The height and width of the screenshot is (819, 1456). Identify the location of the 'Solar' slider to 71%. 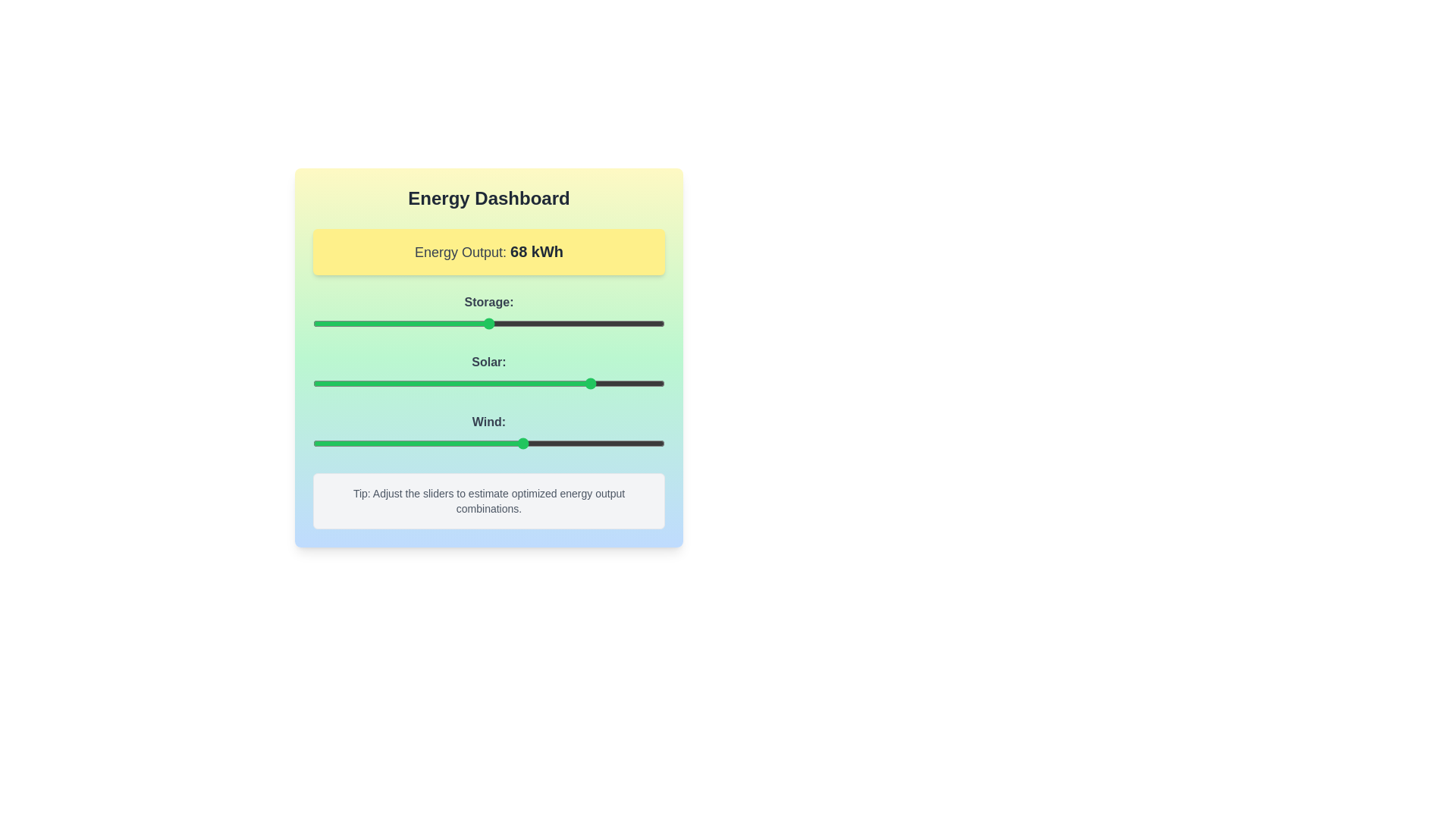
(562, 382).